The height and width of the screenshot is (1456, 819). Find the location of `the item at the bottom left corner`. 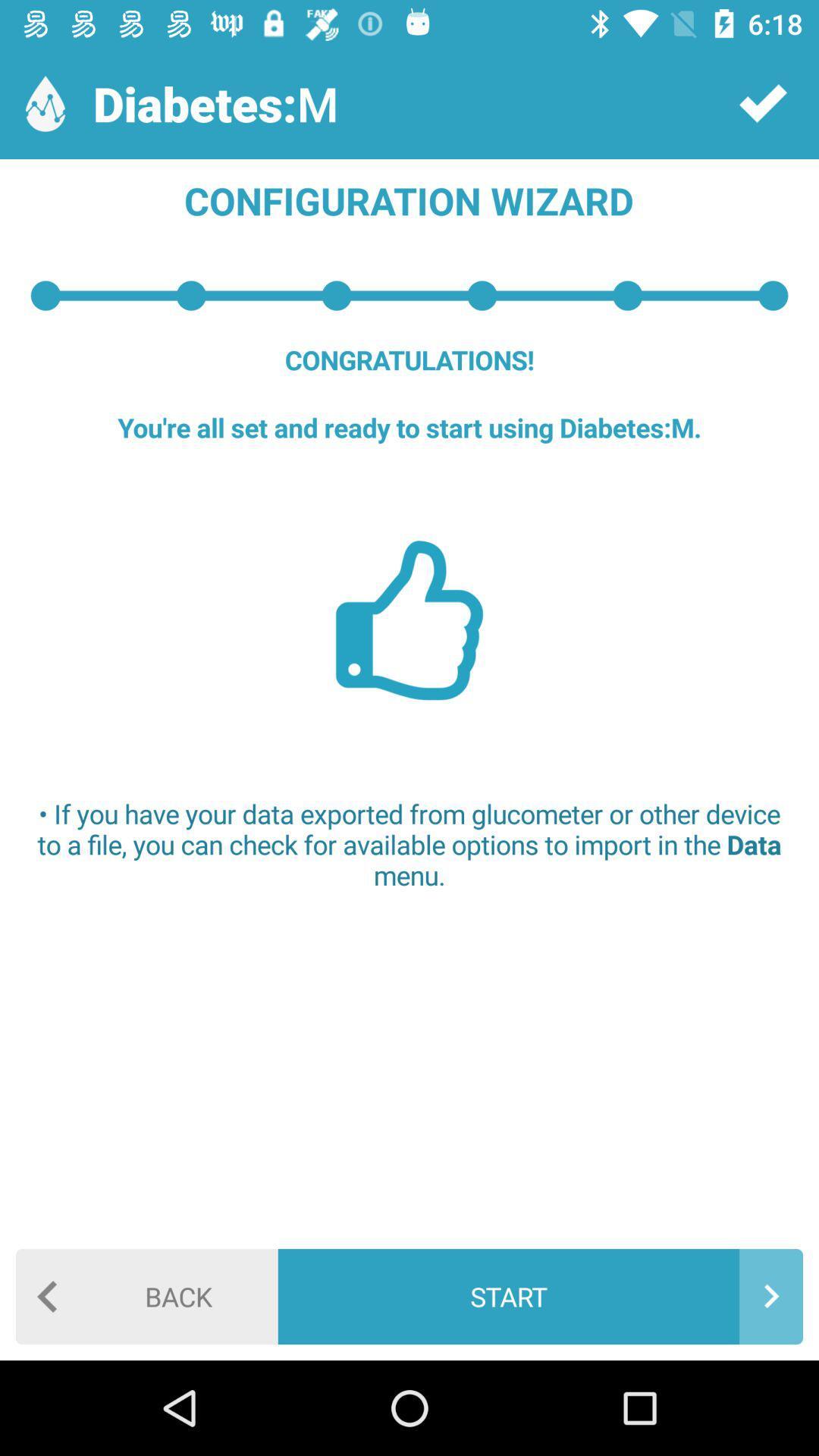

the item at the bottom left corner is located at coordinates (146, 1295).